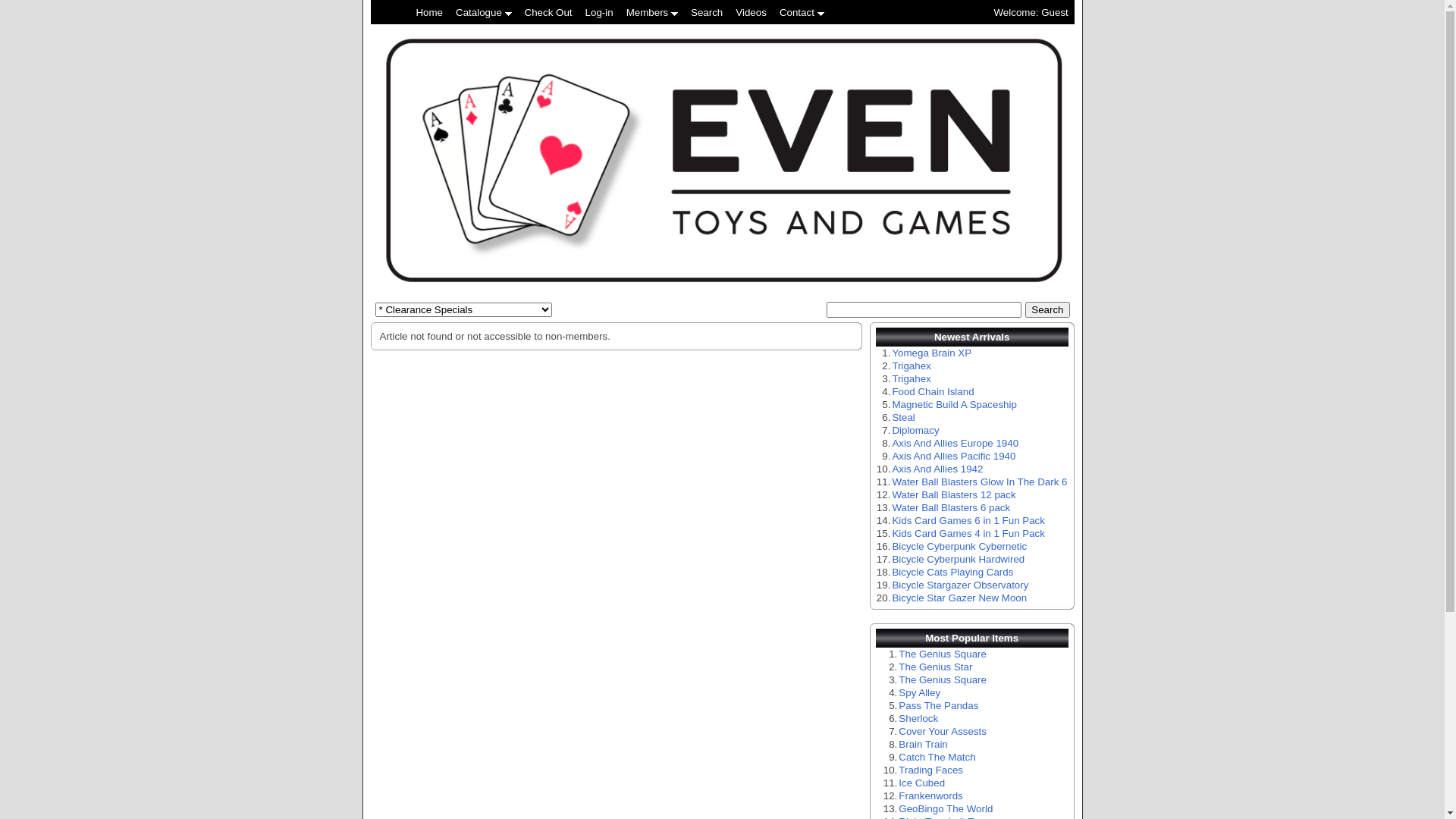 The image size is (1456, 819). Describe the element at coordinates (902, 417) in the screenshot. I see `'Steal'` at that location.